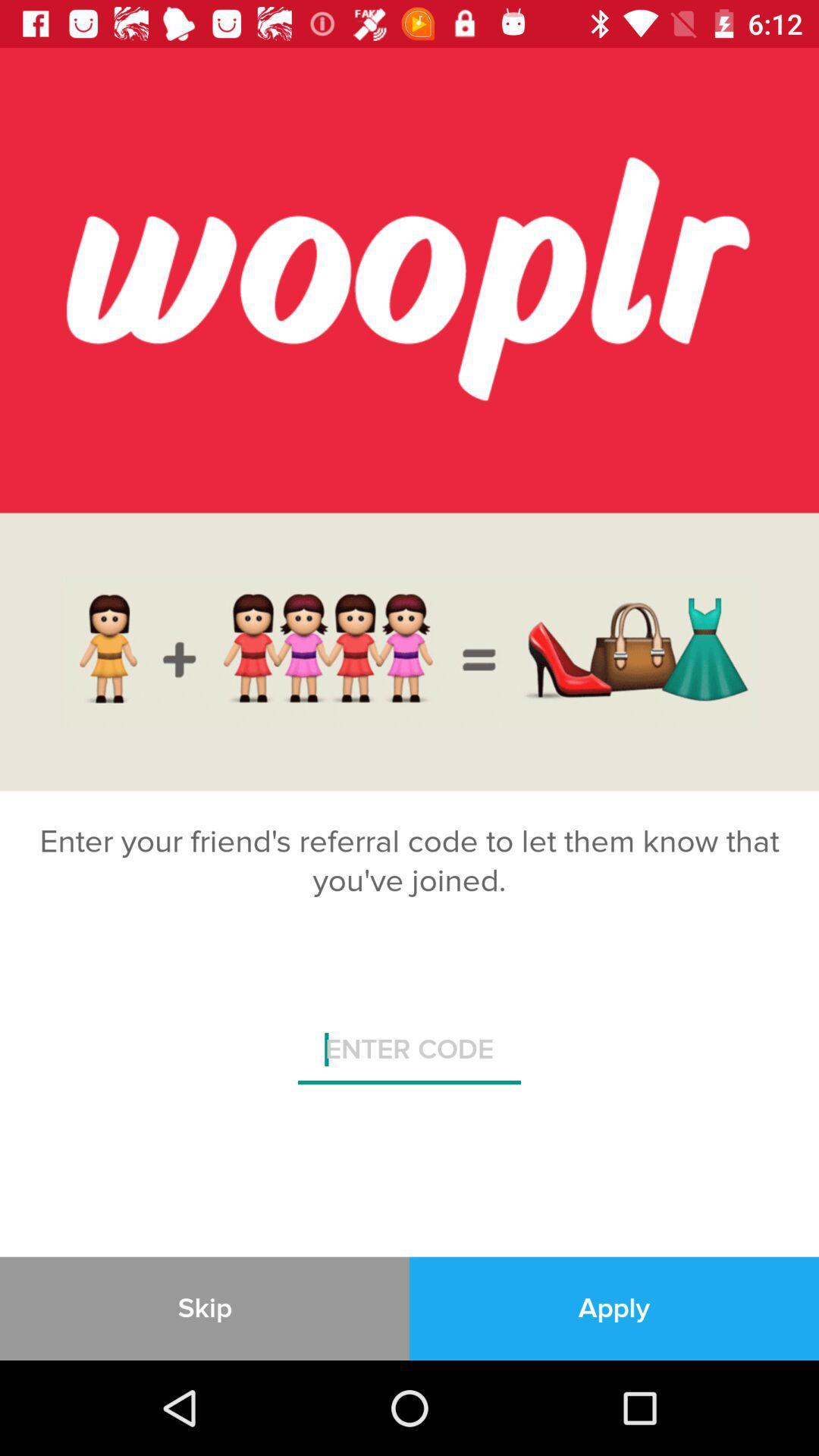 The height and width of the screenshot is (1456, 819). Describe the element at coordinates (614, 1307) in the screenshot. I see `item to the right of skip` at that location.